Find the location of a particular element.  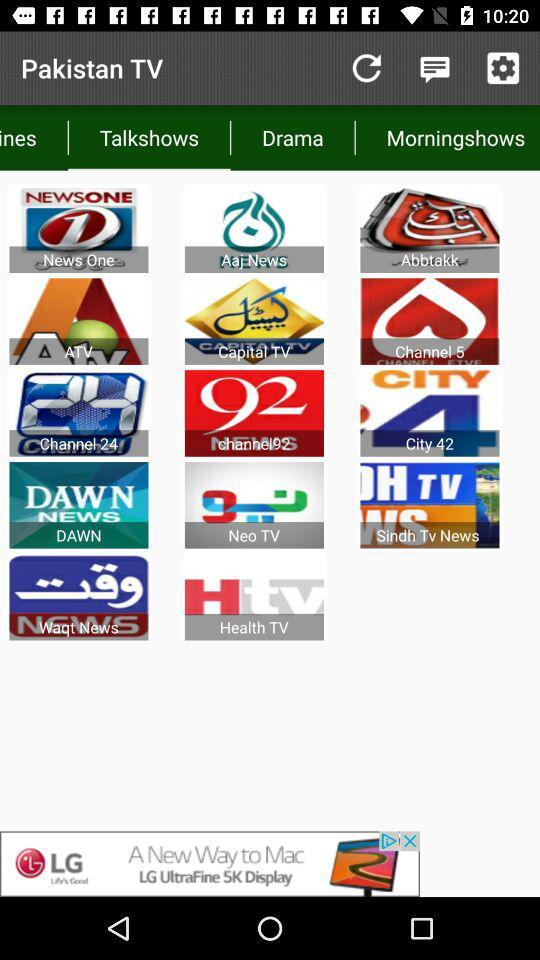

lg icon is located at coordinates (270, 863).